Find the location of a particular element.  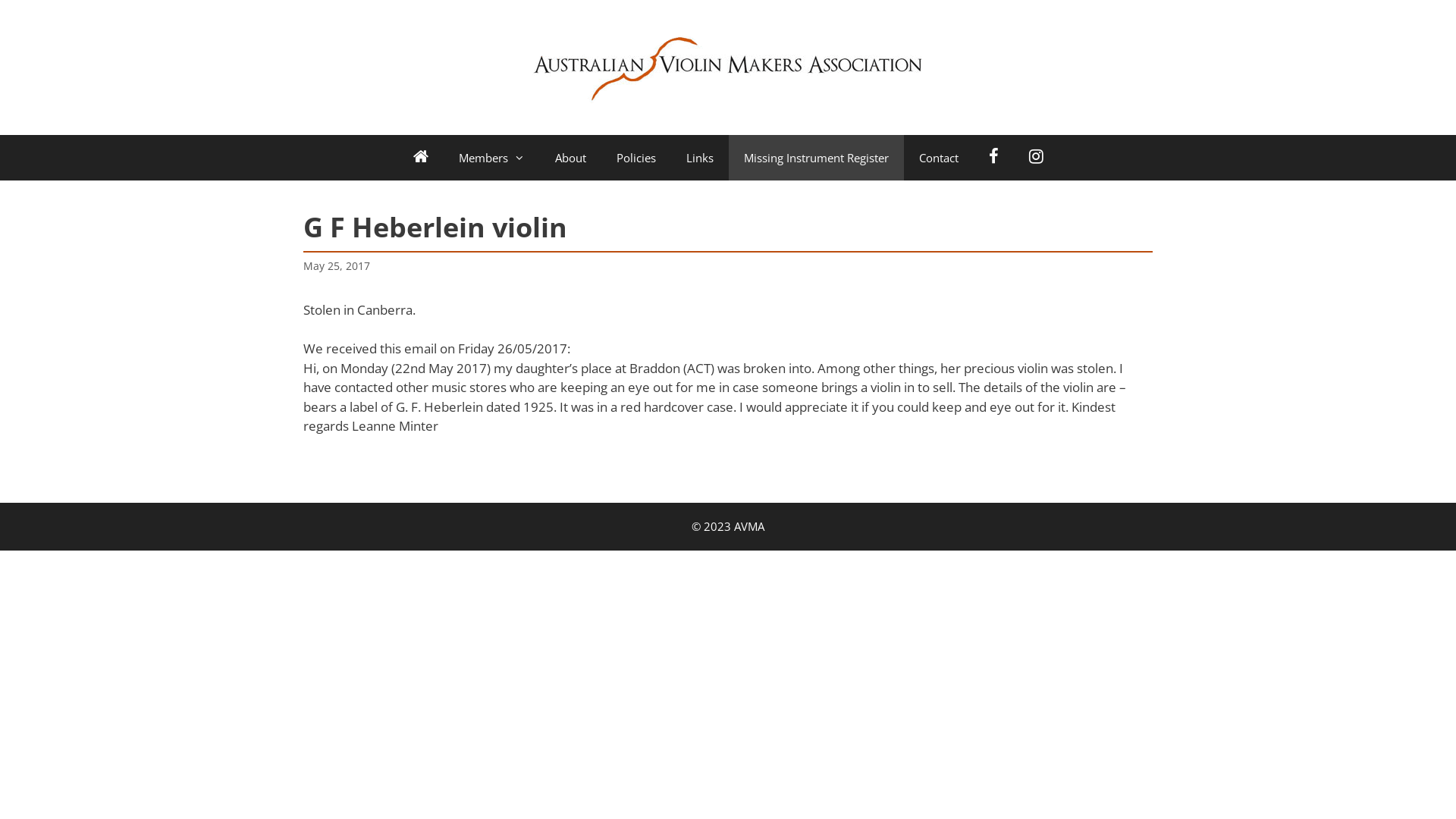

'May 25, 2017' is located at coordinates (336, 265).